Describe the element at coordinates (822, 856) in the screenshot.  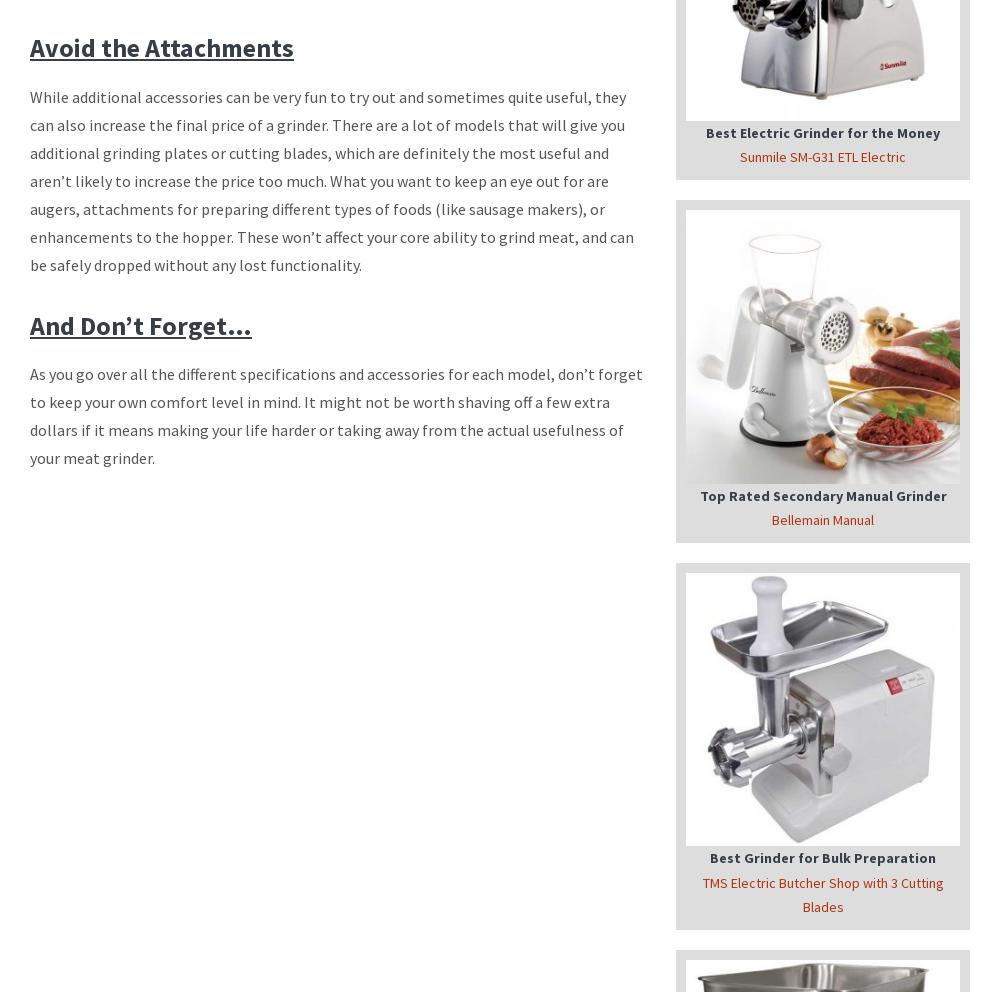
I see `'Best Grinder for Bulk Preparation'` at that location.